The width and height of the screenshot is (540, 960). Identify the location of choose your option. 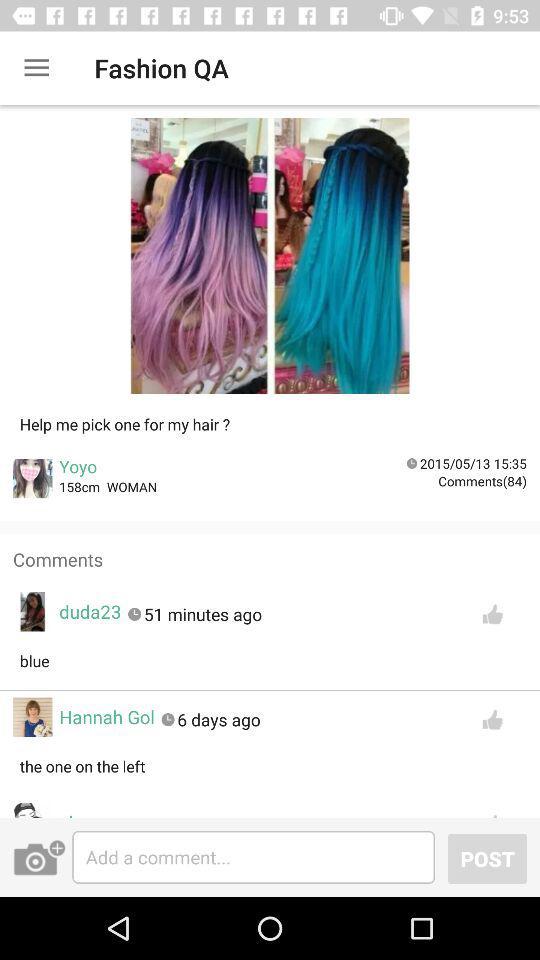
(270, 261).